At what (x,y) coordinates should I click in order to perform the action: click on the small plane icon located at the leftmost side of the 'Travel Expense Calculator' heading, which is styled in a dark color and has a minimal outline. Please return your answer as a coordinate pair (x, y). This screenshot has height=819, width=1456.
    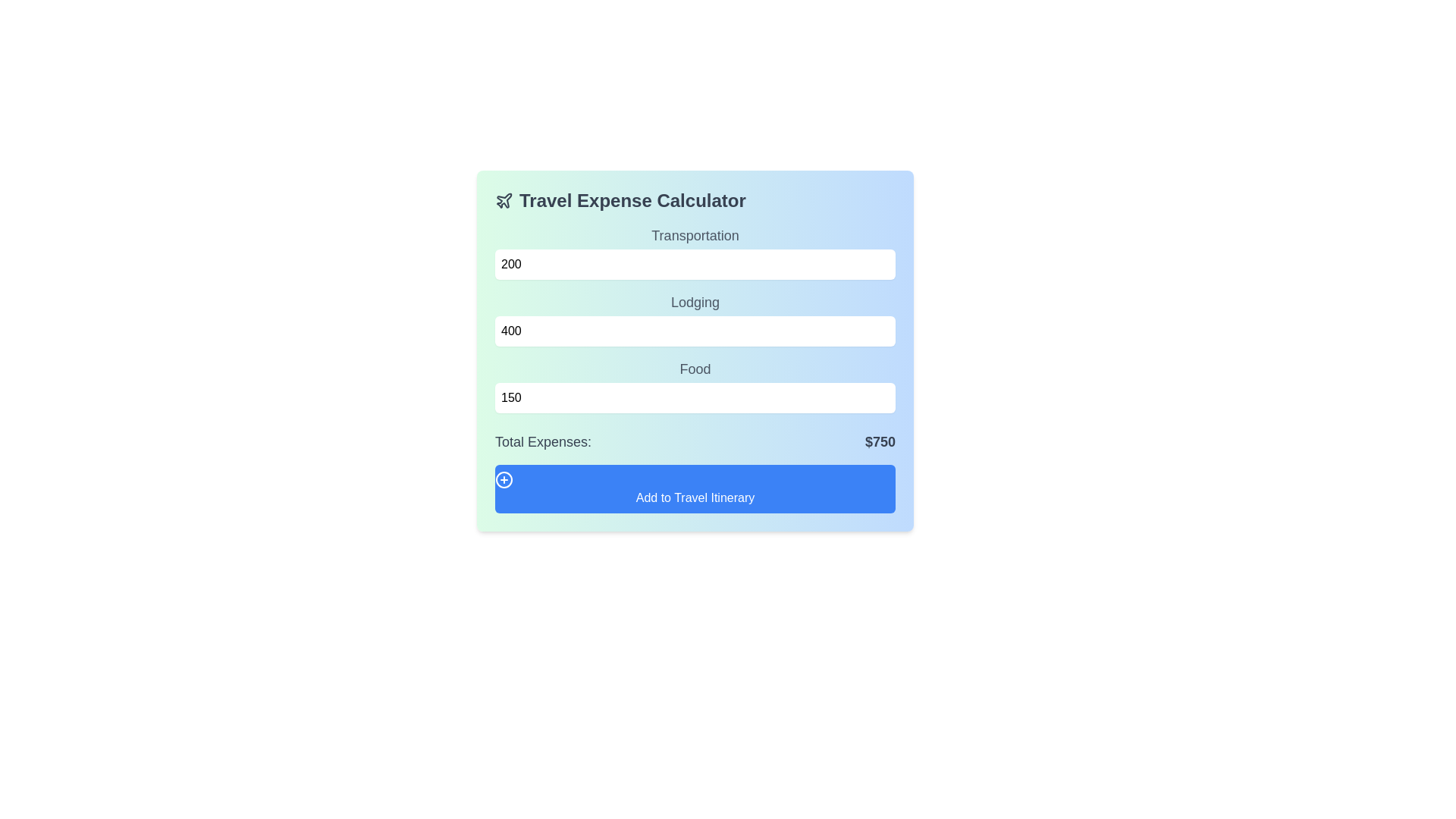
    Looking at the image, I should click on (504, 200).